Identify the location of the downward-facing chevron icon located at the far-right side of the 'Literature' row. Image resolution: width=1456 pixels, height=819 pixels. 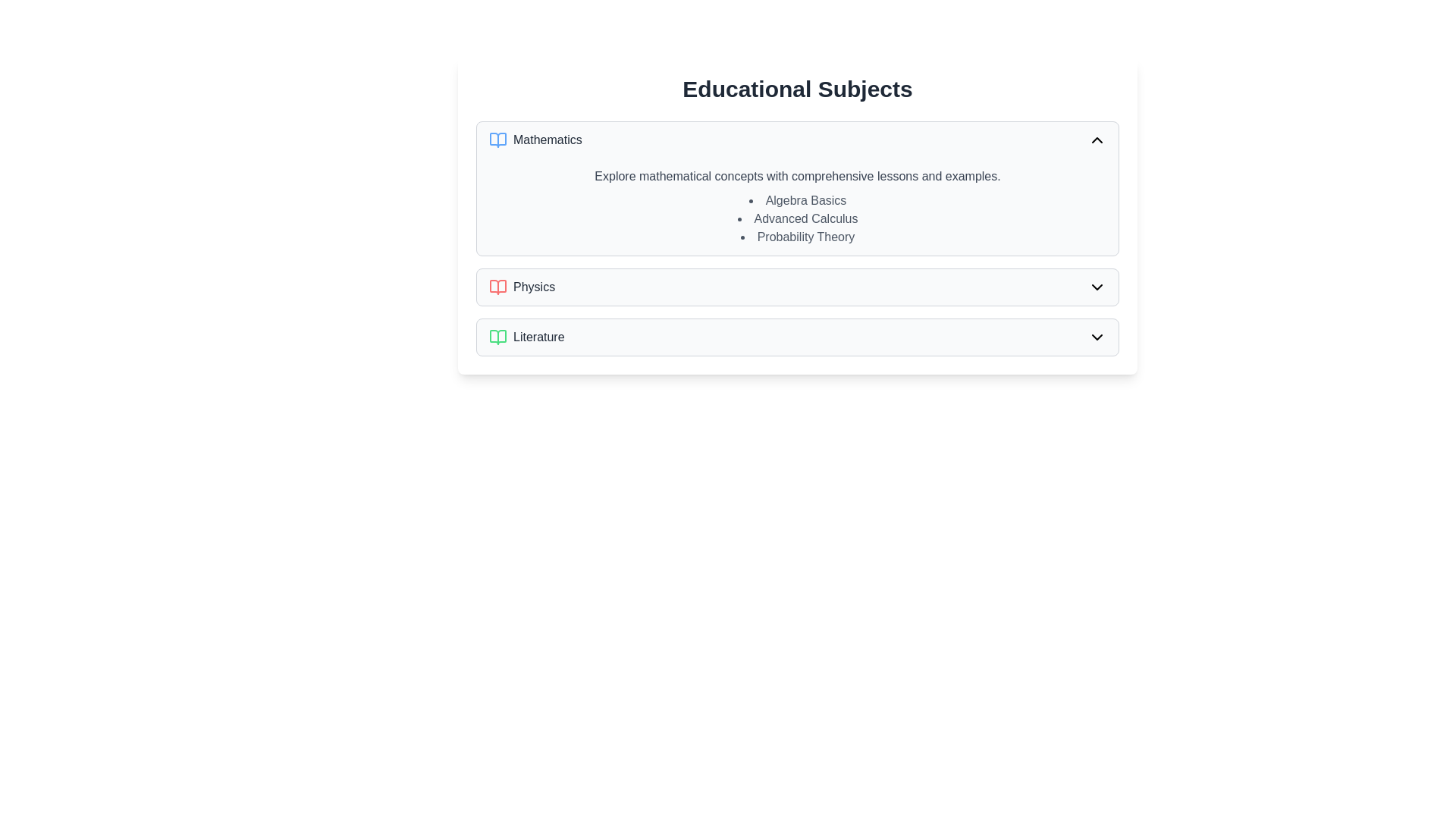
(1097, 336).